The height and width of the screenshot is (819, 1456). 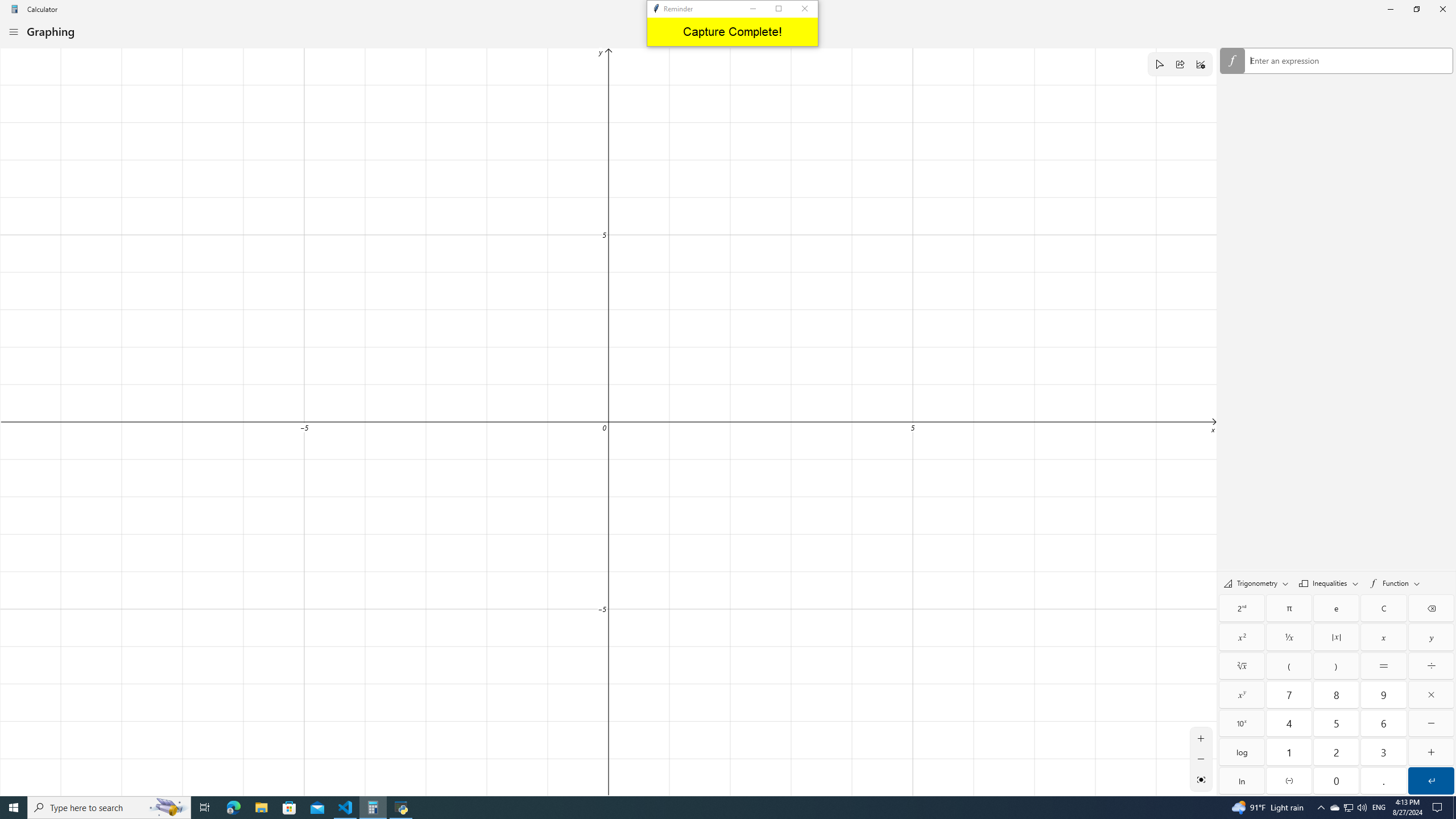 What do you see at coordinates (1289, 636) in the screenshot?
I see `'Reciprocal'` at bounding box center [1289, 636].